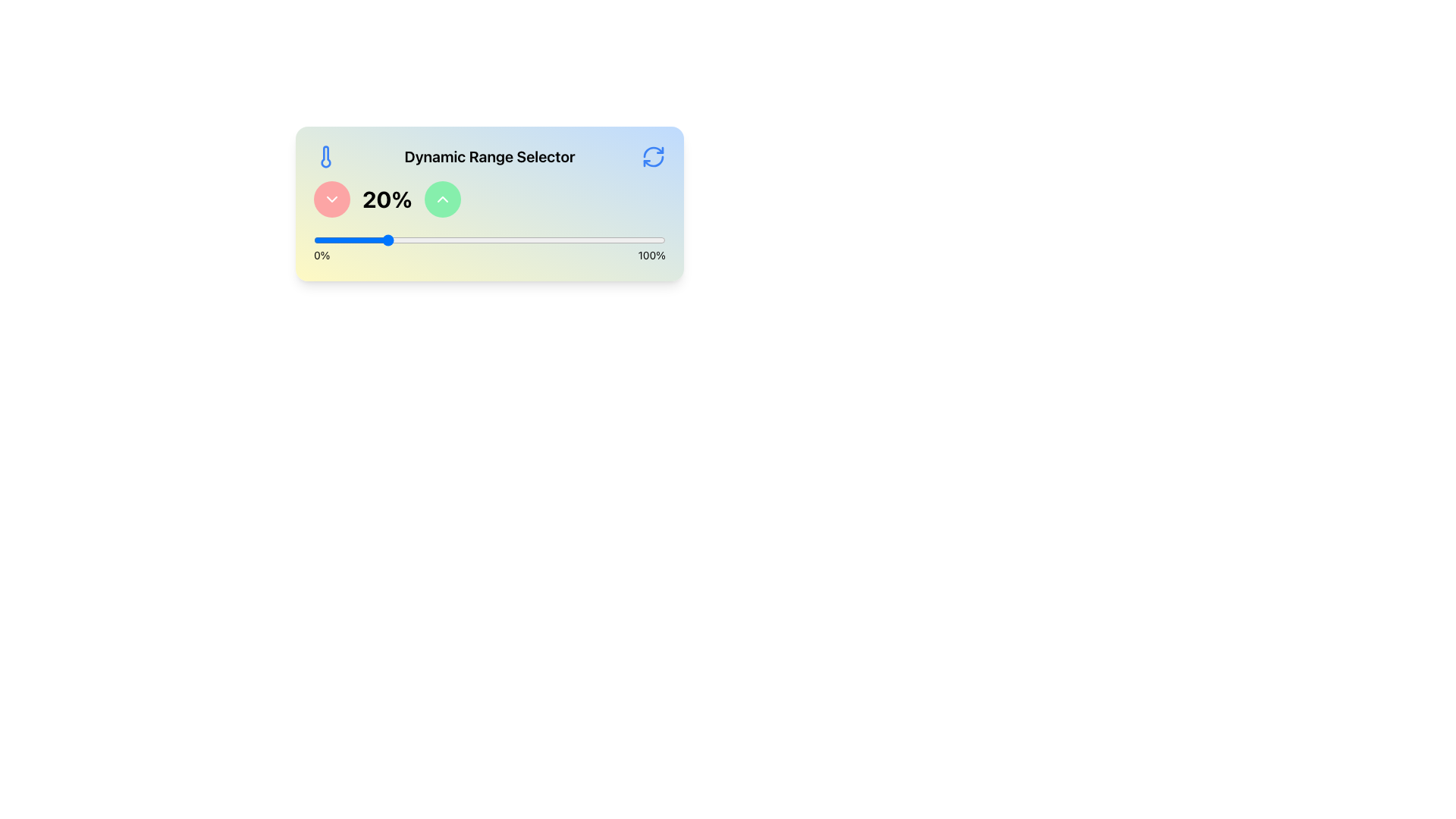  What do you see at coordinates (490, 245) in the screenshot?
I see `the range slider located centrally beneath the numeric value display ('20%')` at bounding box center [490, 245].